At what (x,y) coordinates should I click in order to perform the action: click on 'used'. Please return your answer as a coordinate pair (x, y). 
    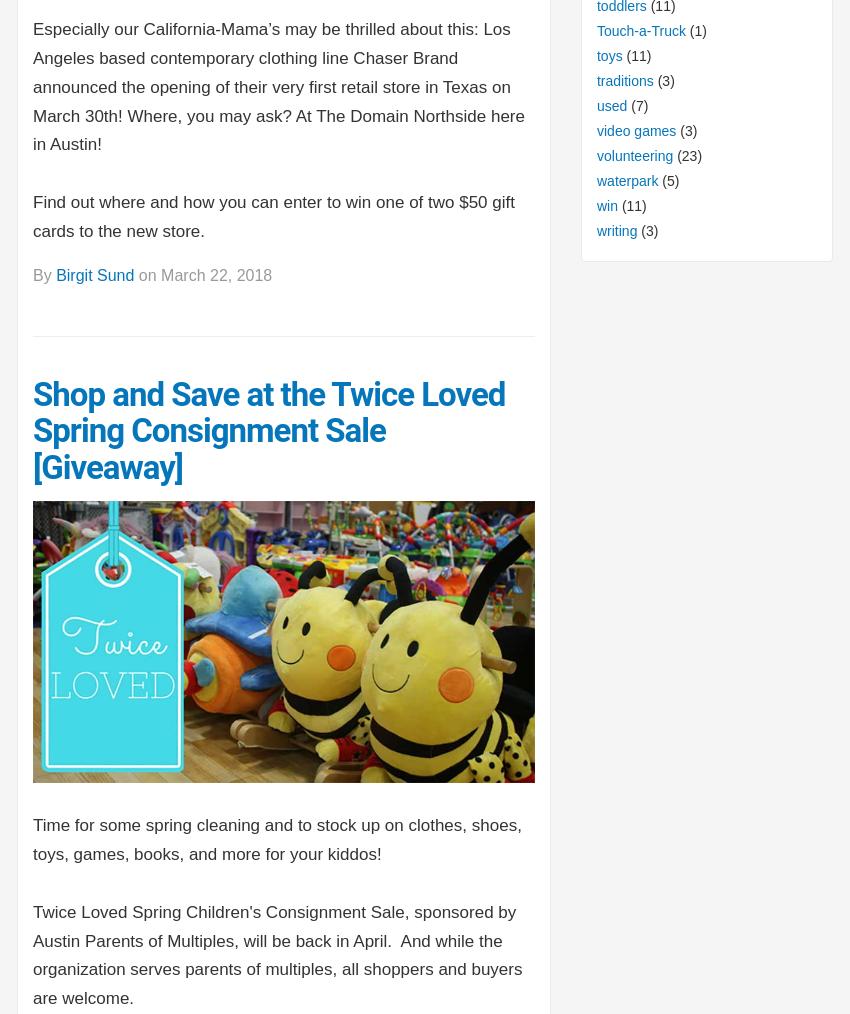
    Looking at the image, I should click on (610, 105).